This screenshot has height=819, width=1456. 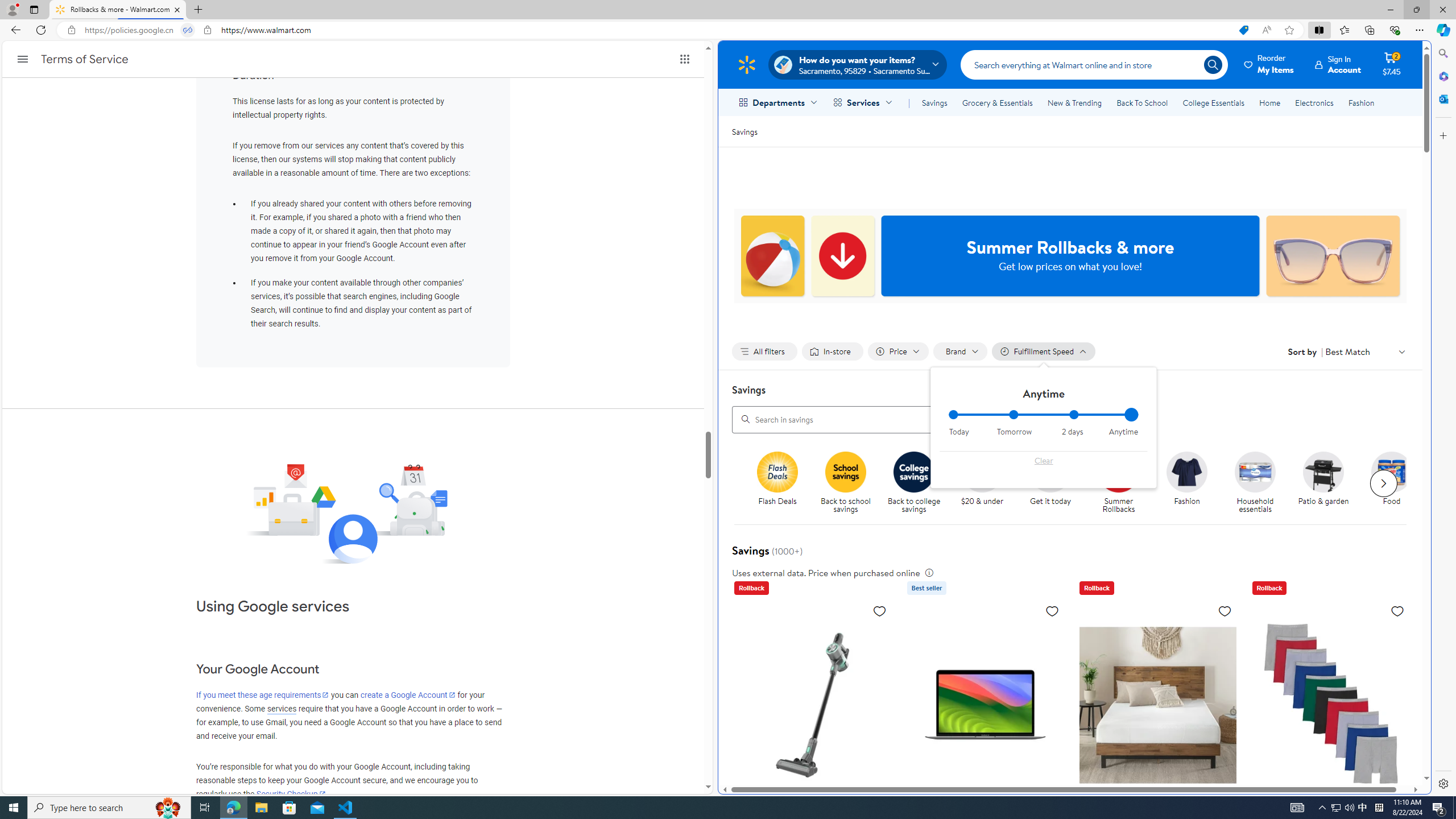 What do you see at coordinates (913, 471) in the screenshot?
I see `'Back to College savings'` at bounding box center [913, 471].